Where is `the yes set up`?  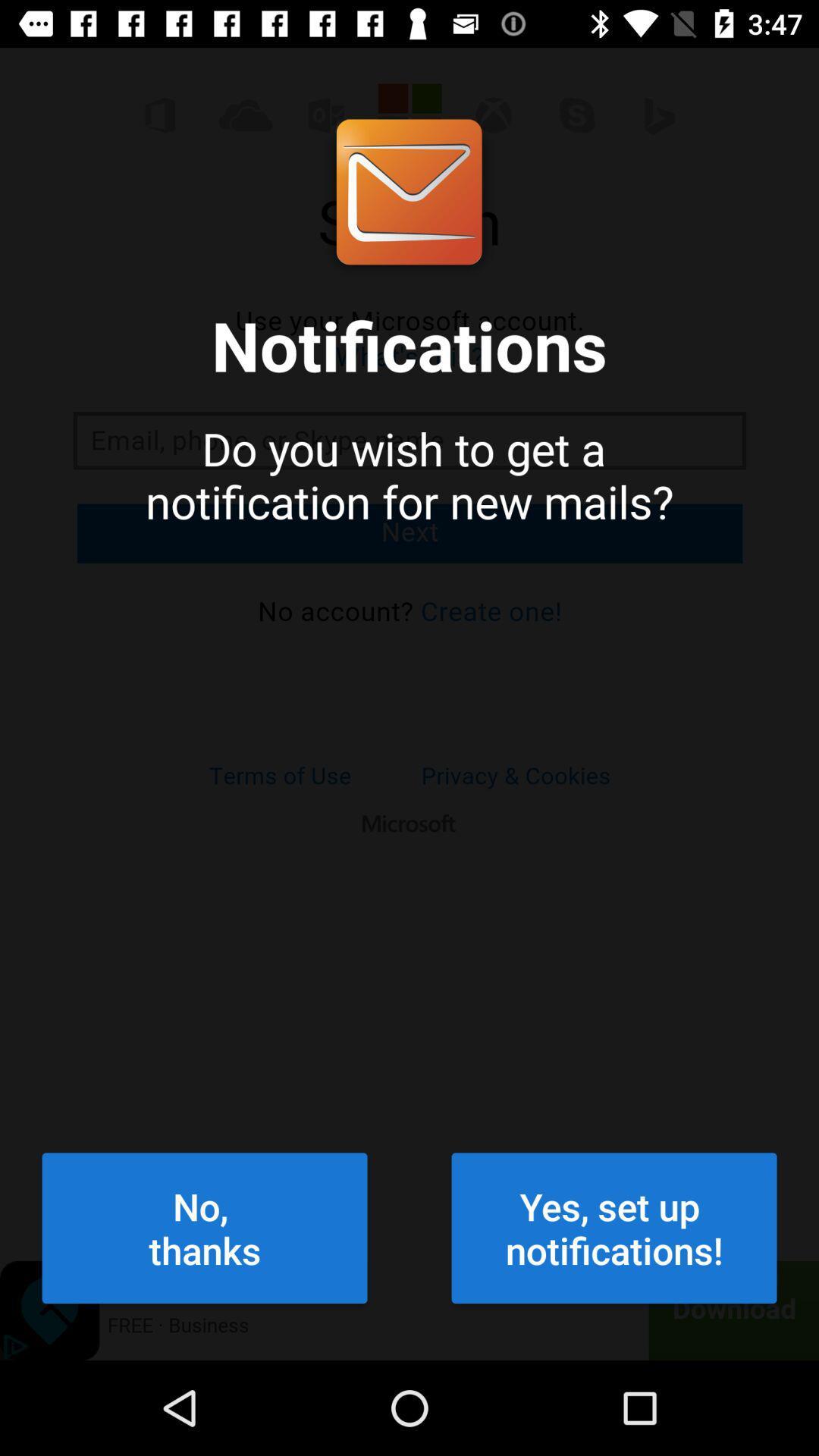
the yes set up is located at coordinates (614, 1228).